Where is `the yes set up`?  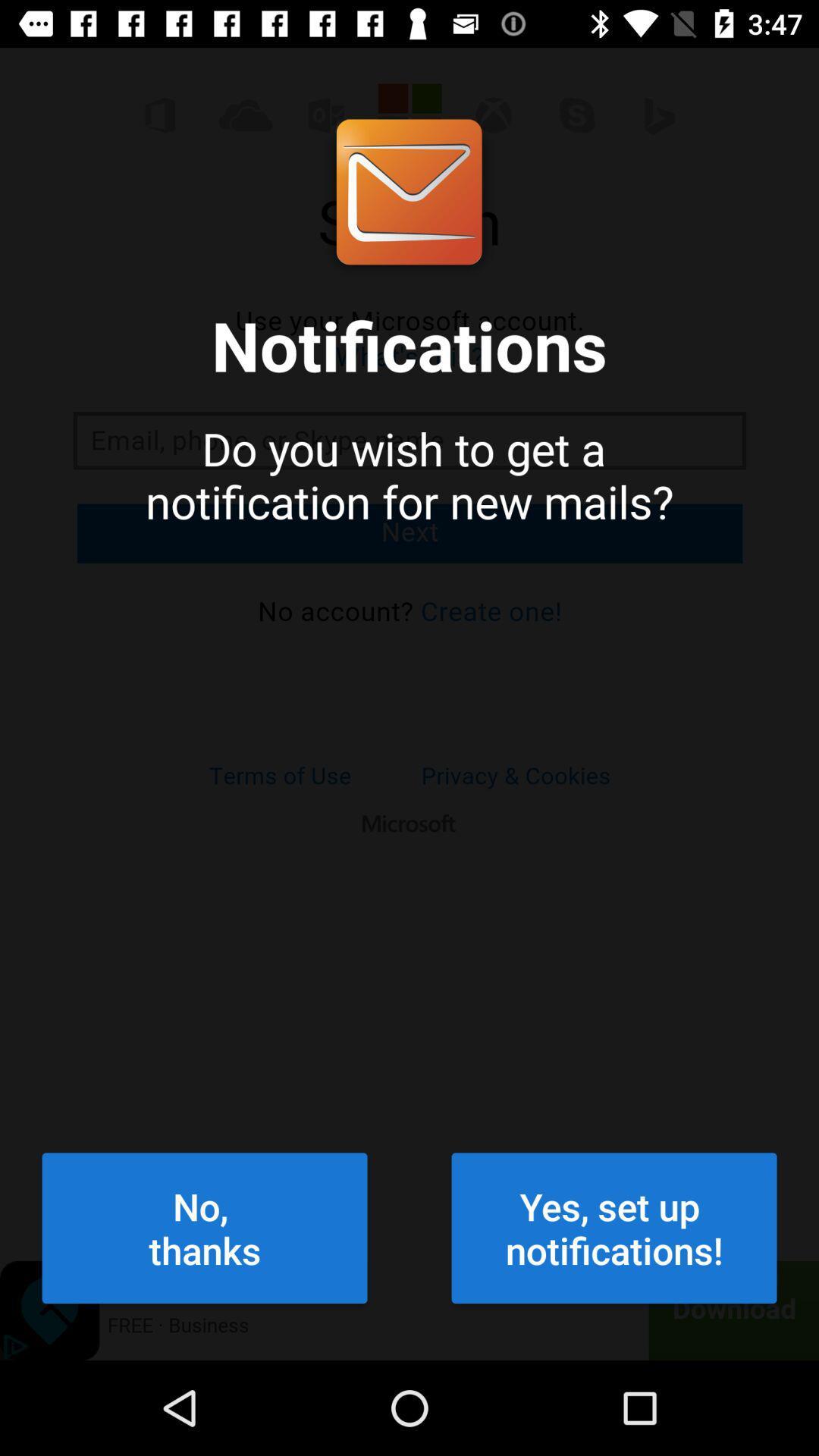
the yes set up is located at coordinates (614, 1228).